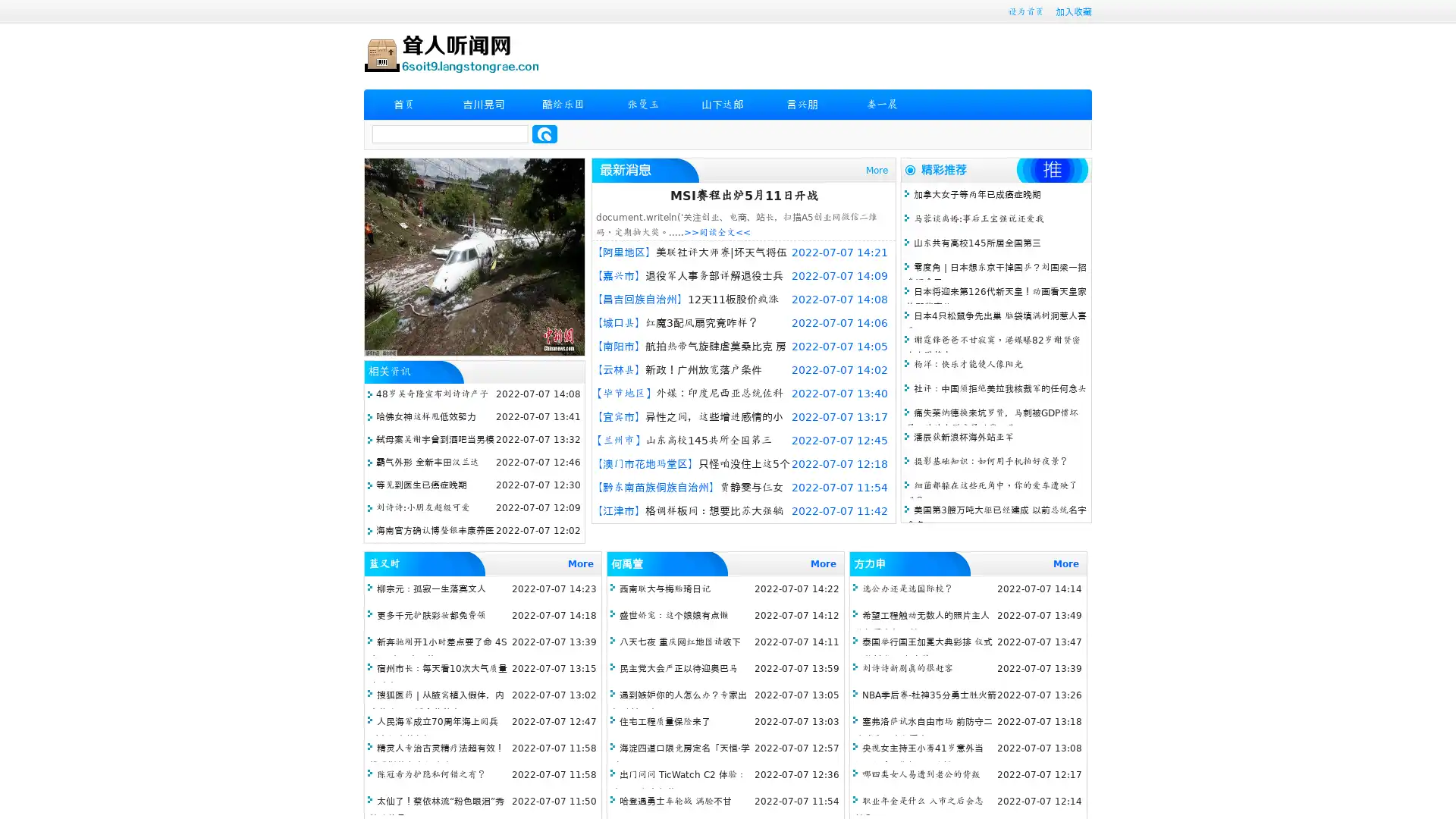 The image size is (1456, 819). Describe the element at coordinates (544, 133) in the screenshot. I see `Search` at that location.